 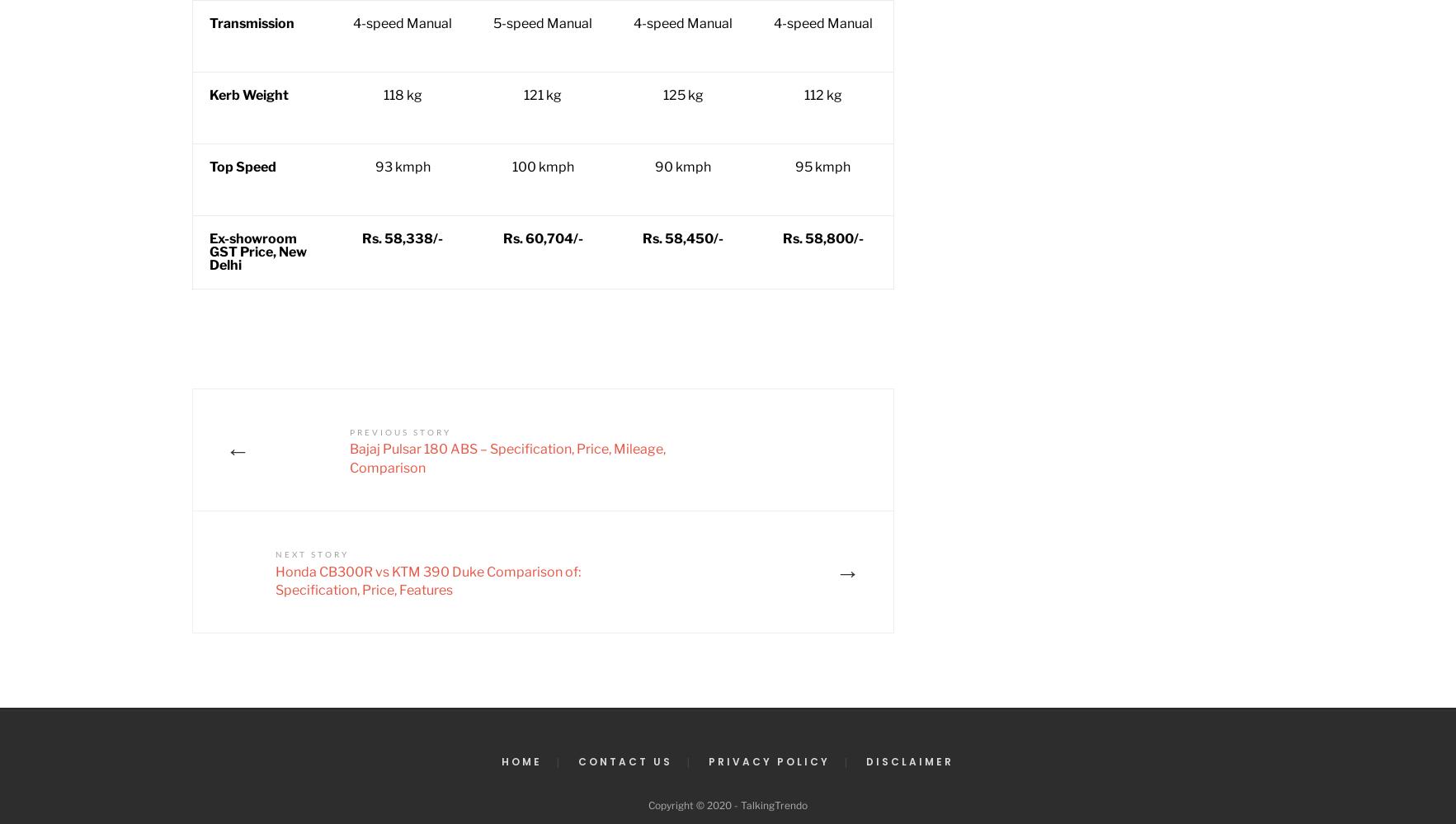 I want to click on 'Honda CB300R vs KTM 390 Duke Comparison of: Specification, Price, Features', so click(x=426, y=580).